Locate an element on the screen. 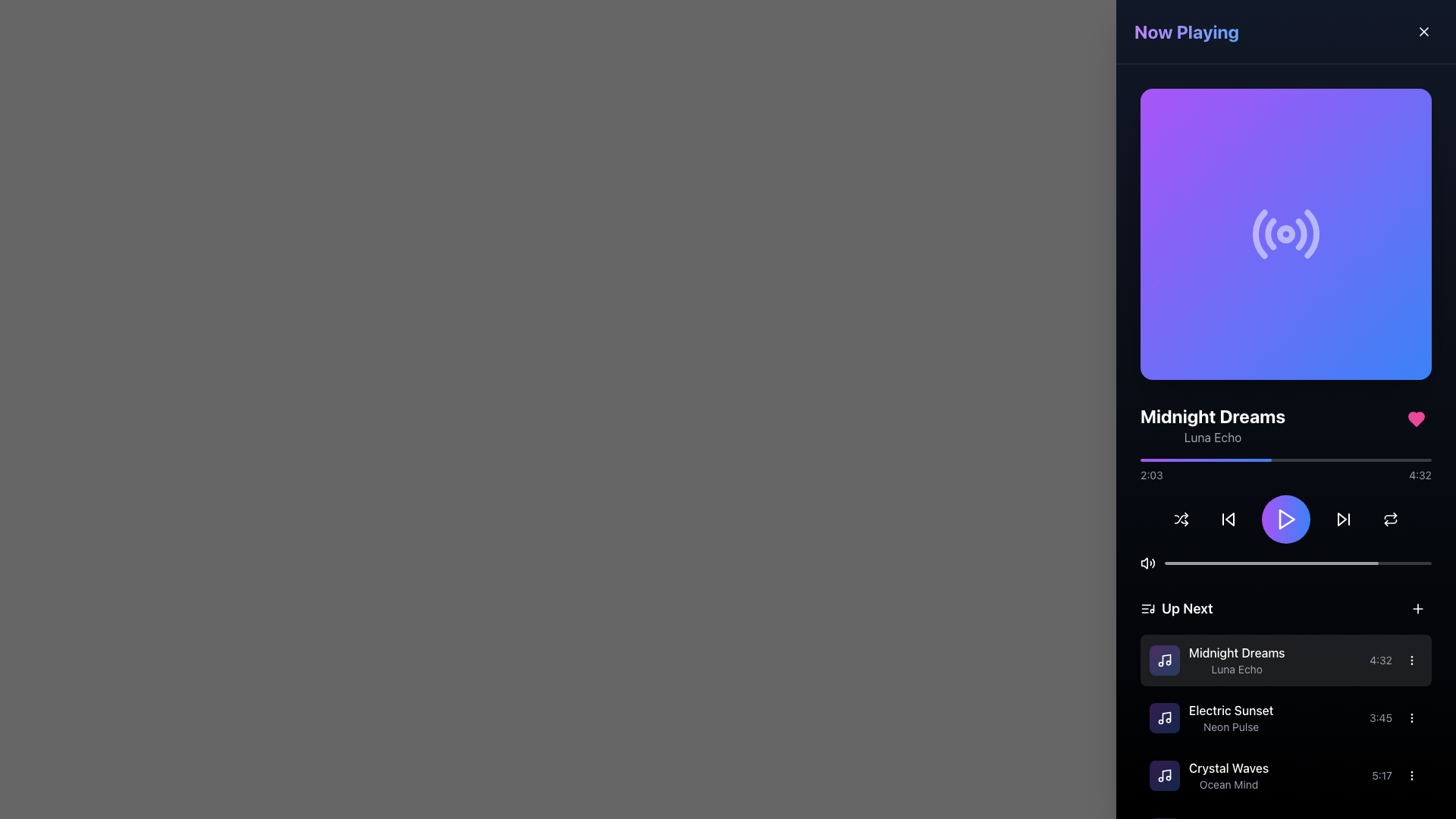 The height and width of the screenshot is (819, 1456). the close button located in the top-right corner of the interface, next to the title 'Now Playing' is located at coordinates (1423, 32).